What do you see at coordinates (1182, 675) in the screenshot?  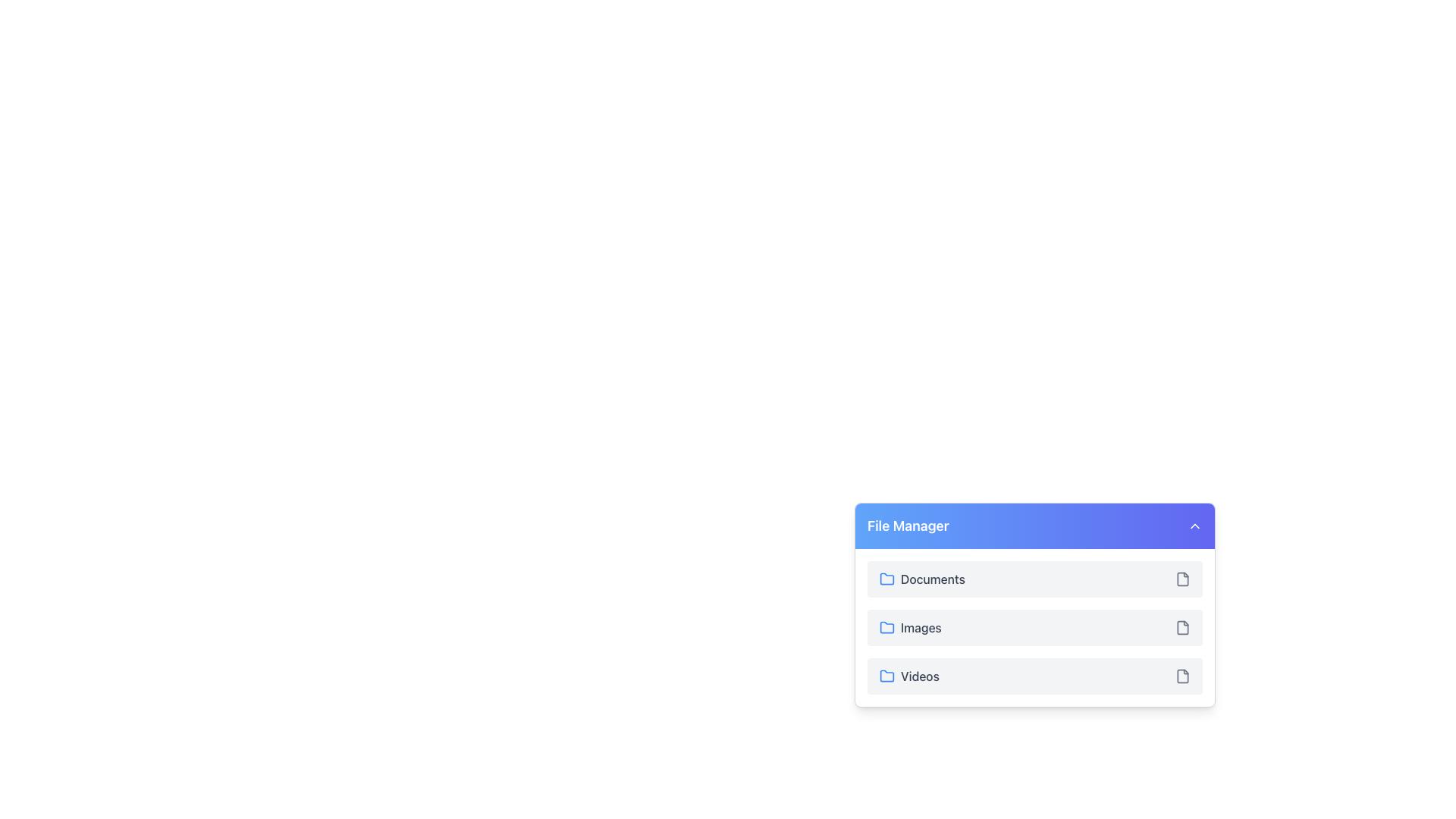 I see `the file action icon located in the rightmost part of the row labeled 'Videos'` at bounding box center [1182, 675].